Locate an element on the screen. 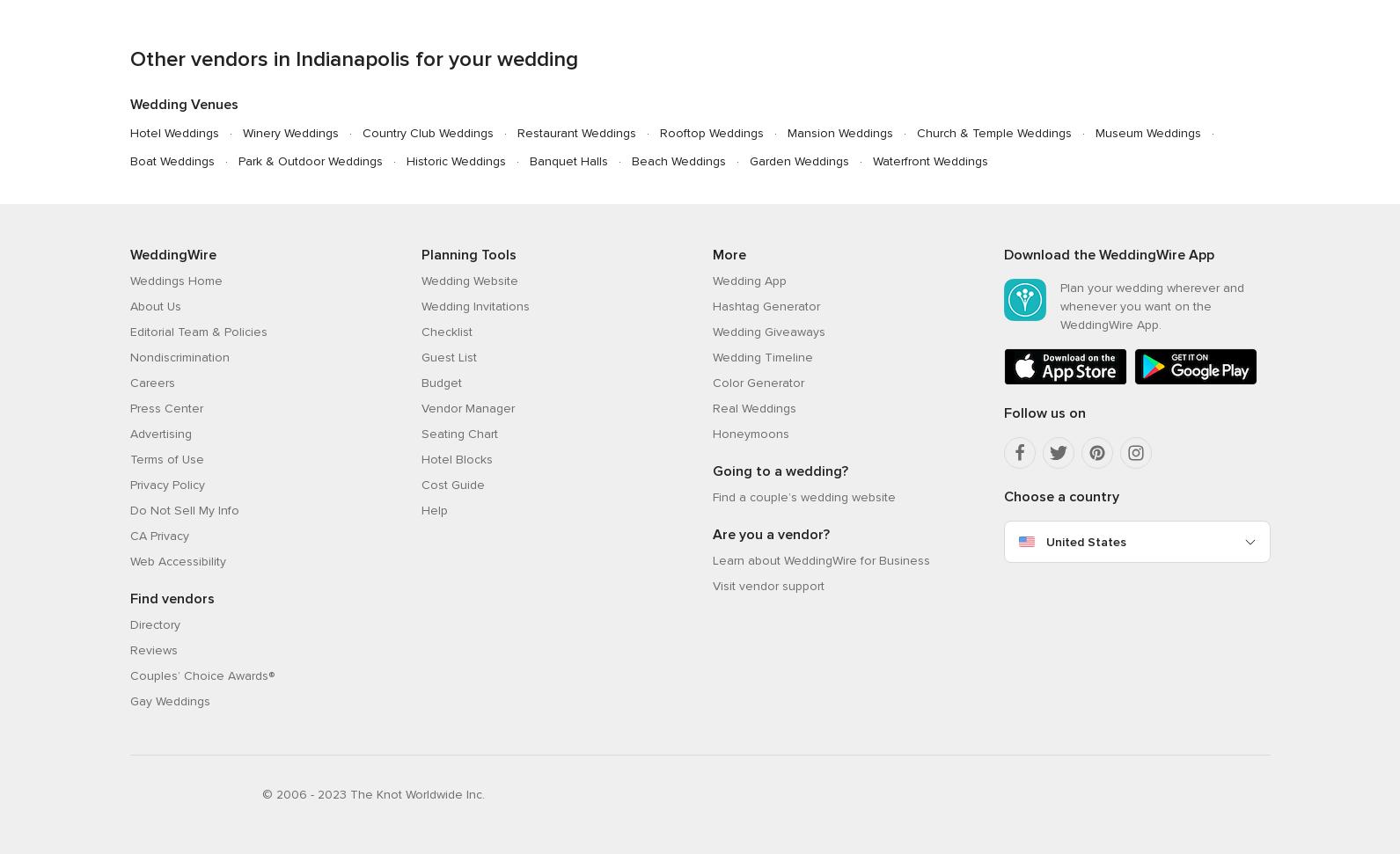 The image size is (1400, 854). 'Waterfront Weddings' is located at coordinates (929, 159).